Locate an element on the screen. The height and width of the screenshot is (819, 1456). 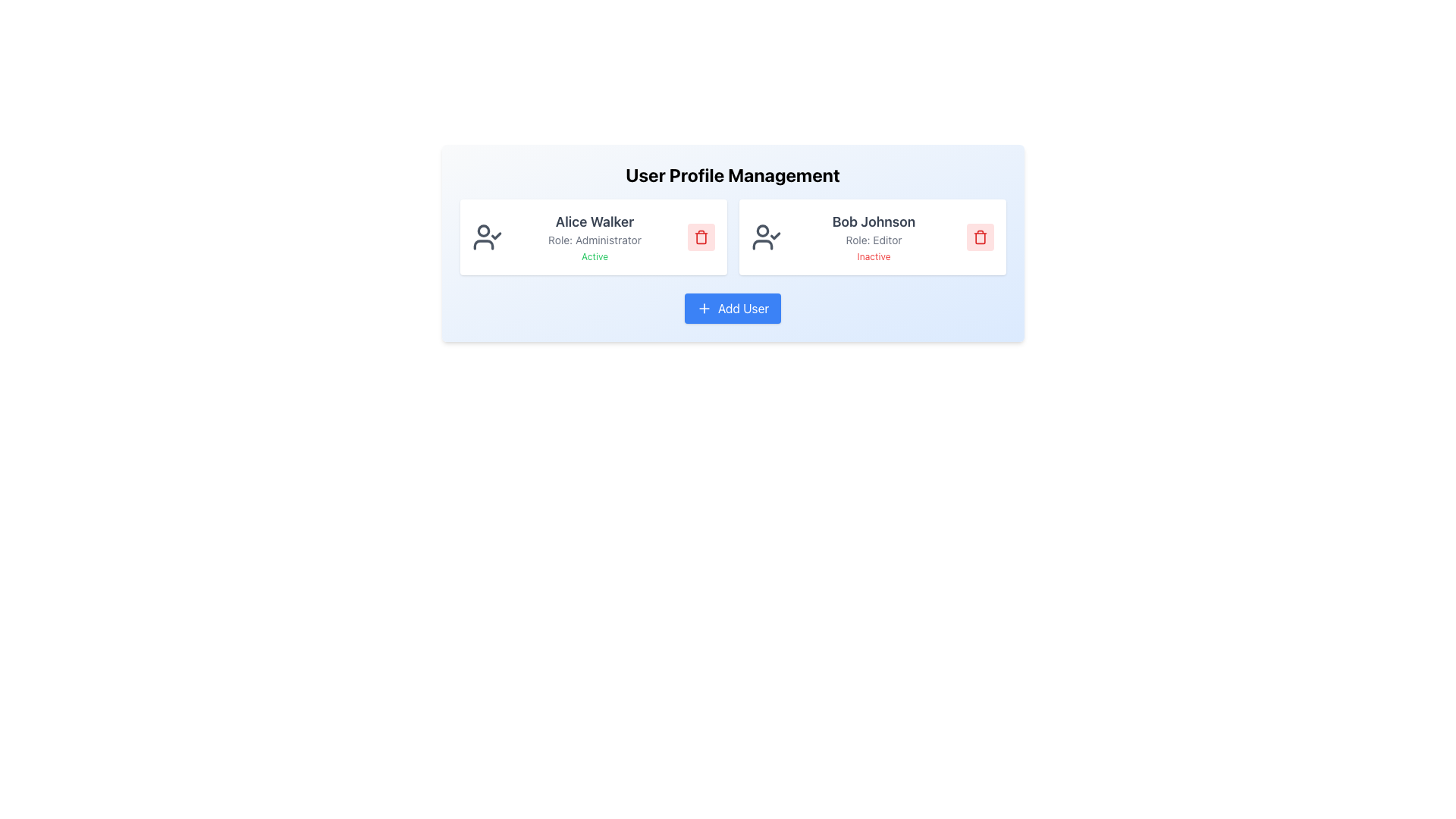
the distinctive red trash bin icon located in the top-right corner of the user profile card to initiate the deletion of the item is located at coordinates (980, 237).